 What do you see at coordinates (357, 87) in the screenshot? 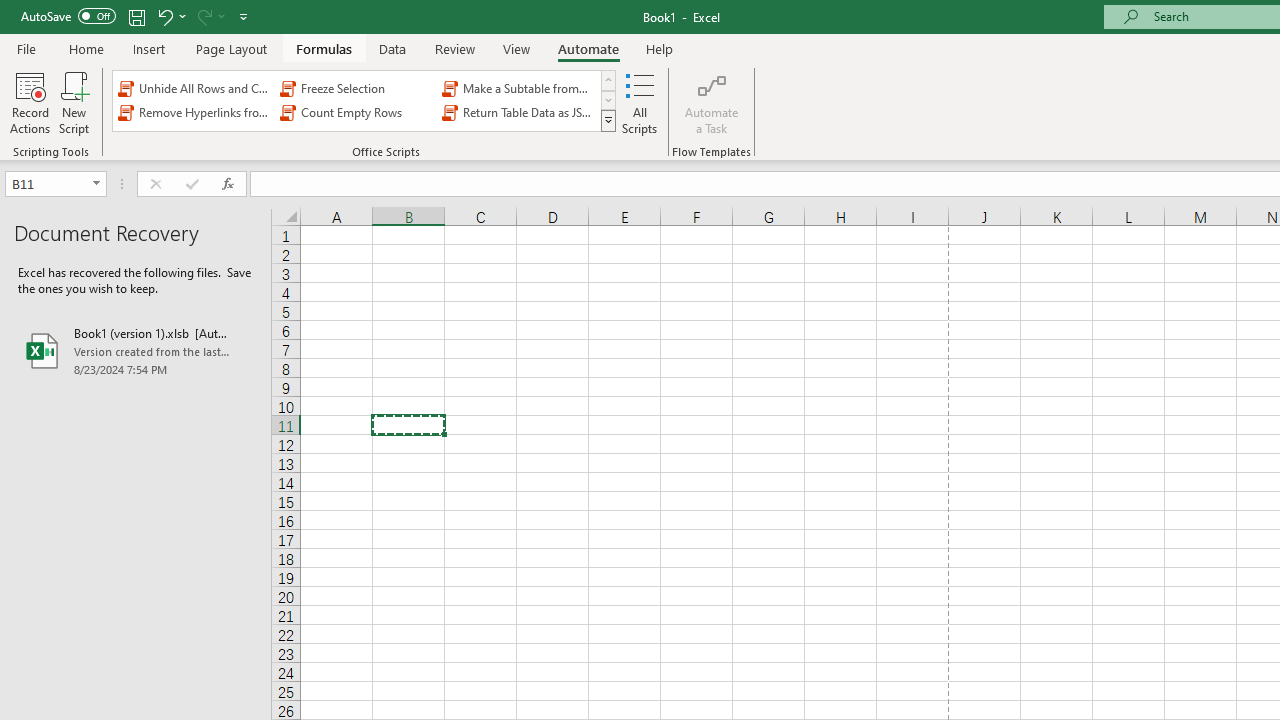
I see `'Freeze Selection'` at bounding box center [357, 87].